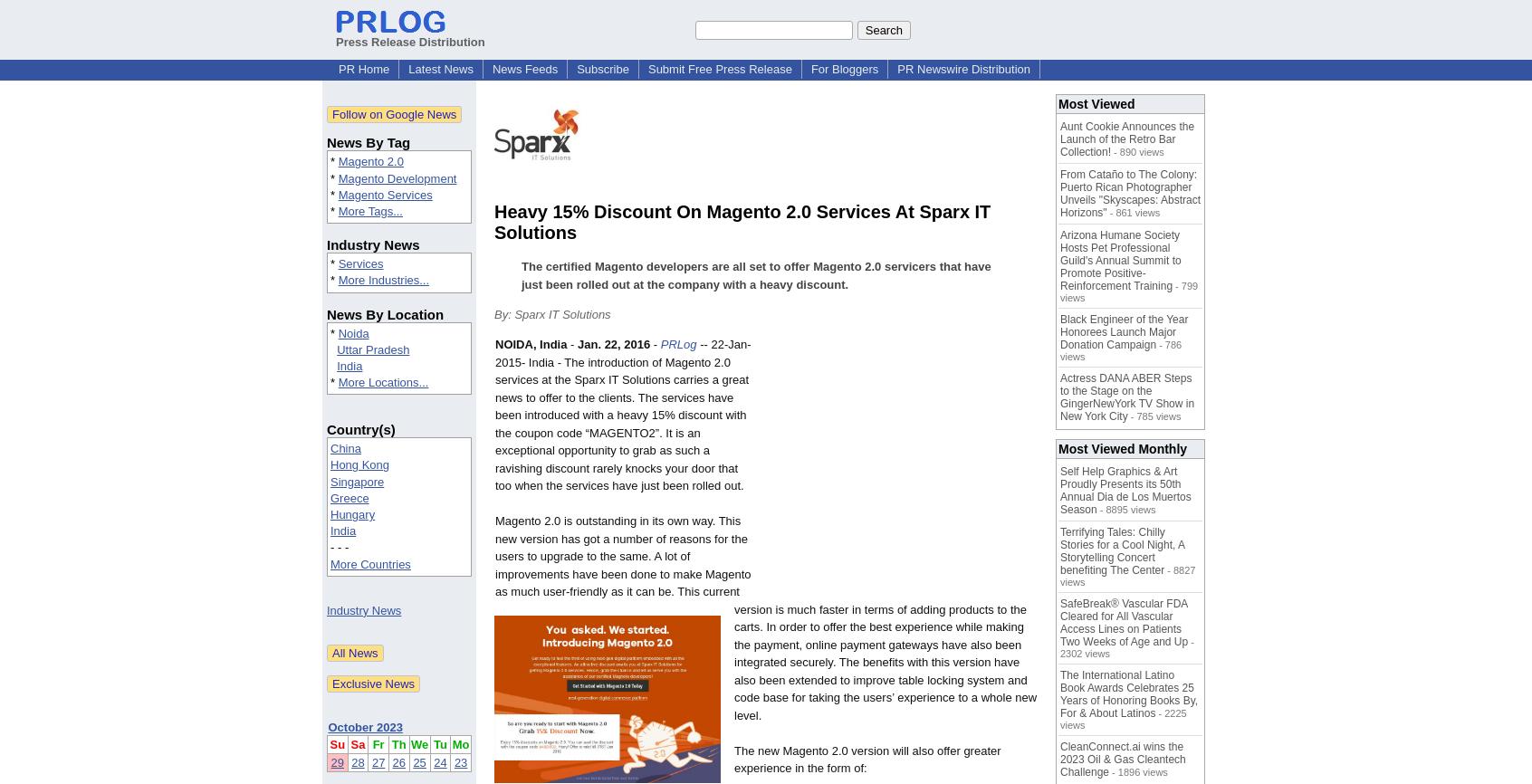 The width and height of the screenshot is (1532, 784). I want to click on 'Aunt Cookie Announces the Launch of the Retro Bar Collection!', so click(1126, 139).